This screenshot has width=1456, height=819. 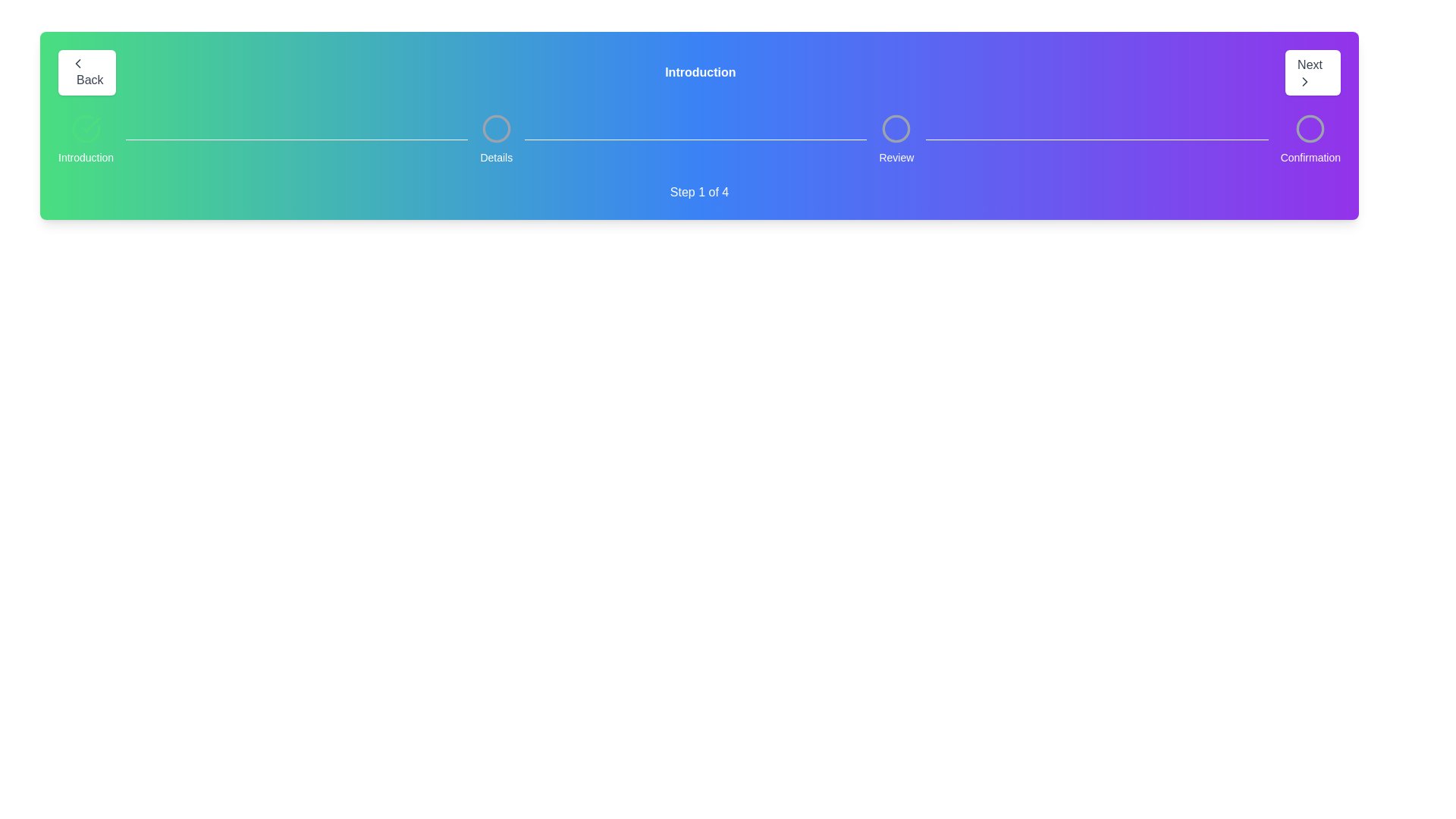 What do you see at coordinates (1310, 127) in the screenshot?
I see `the inactive circular graphical indicator, which is the last circle in a series of four in the progress tracker, located to the right of the 'Review' step circle` at bounding box center [1310, 127].